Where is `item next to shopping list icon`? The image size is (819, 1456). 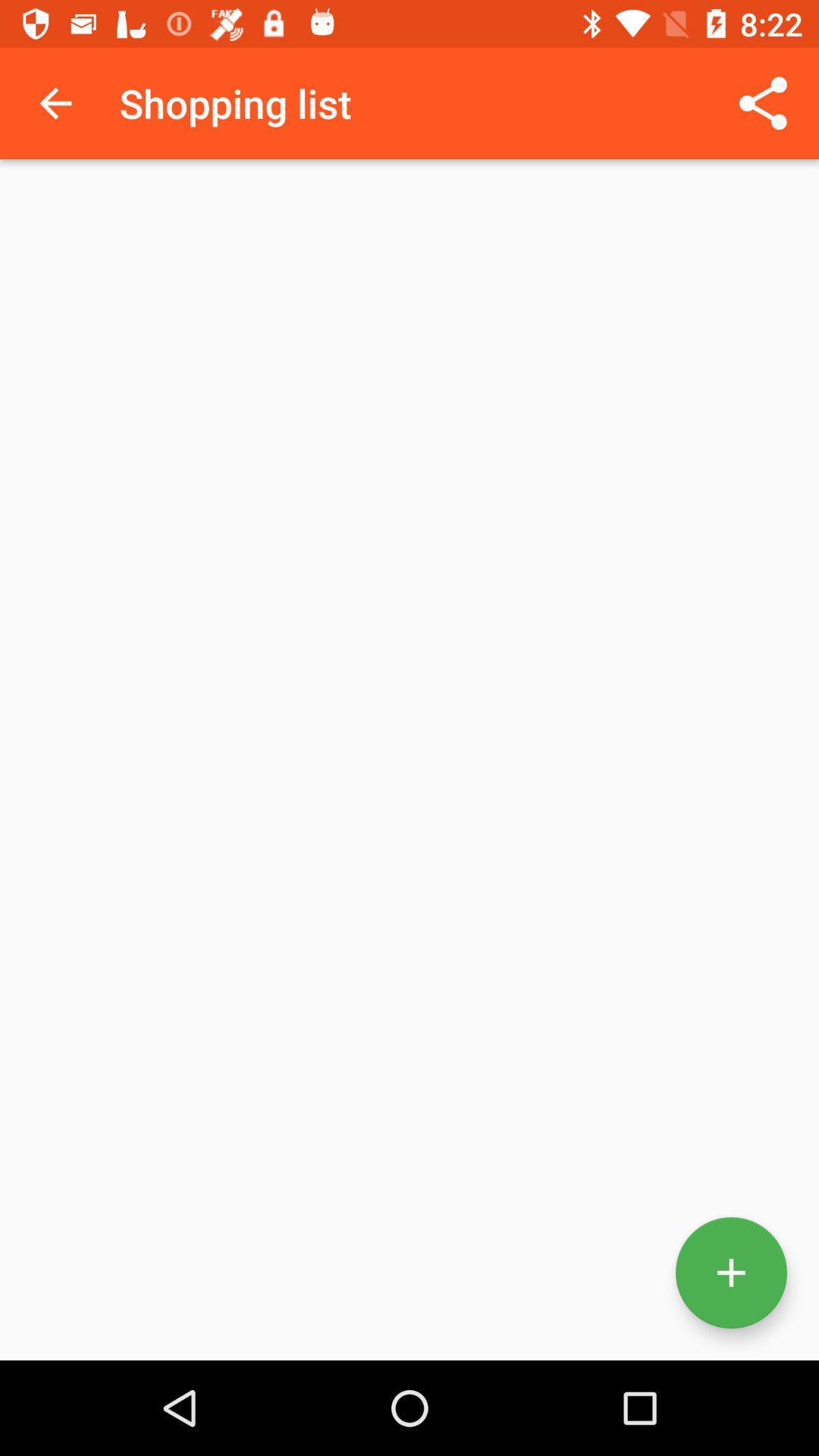
item next to shopping list icon is located at coordinates (55, 102).